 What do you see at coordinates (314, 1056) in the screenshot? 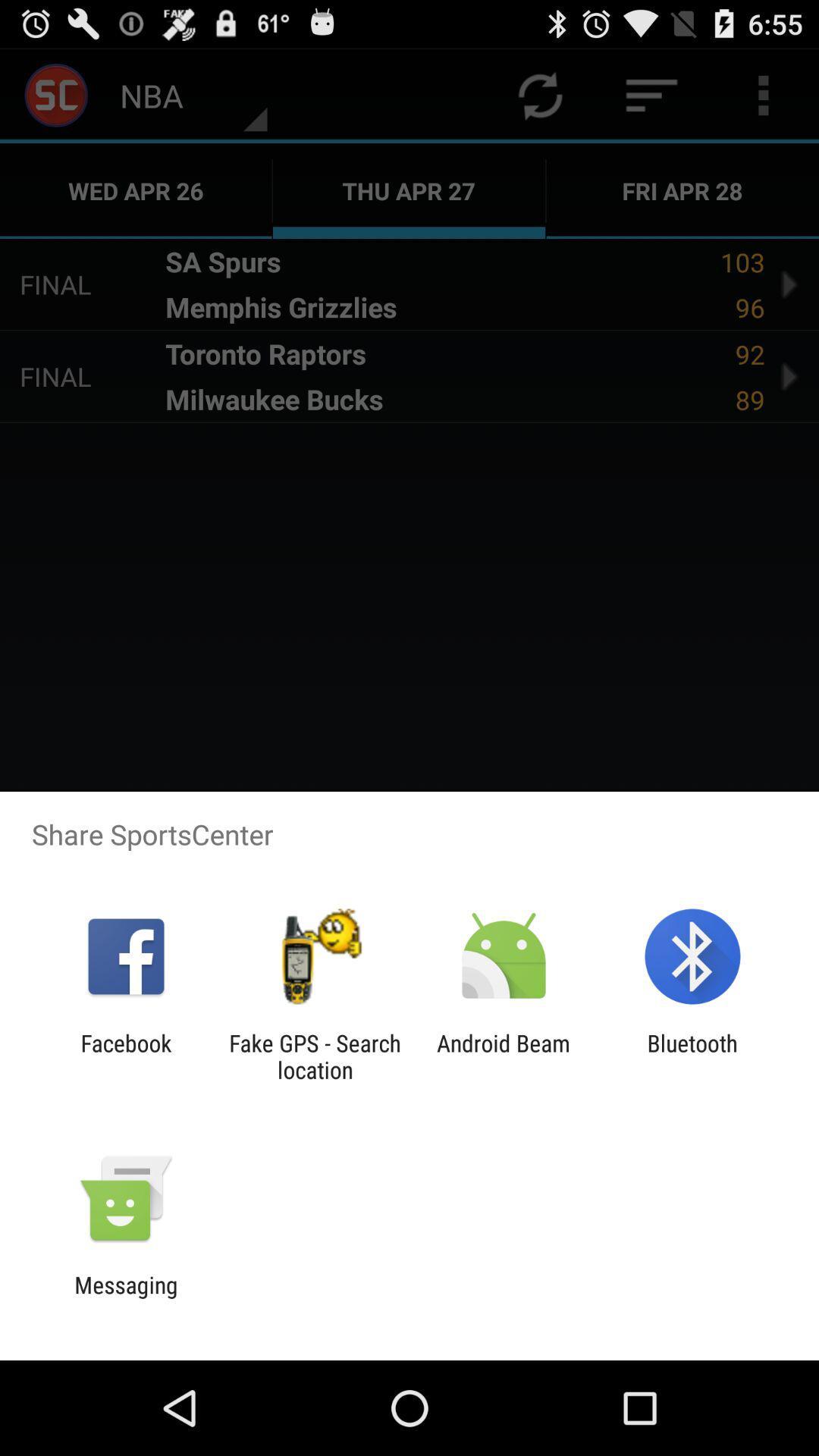
I see `icon to the left of the android beam app` at bounding box center [314, 1056].